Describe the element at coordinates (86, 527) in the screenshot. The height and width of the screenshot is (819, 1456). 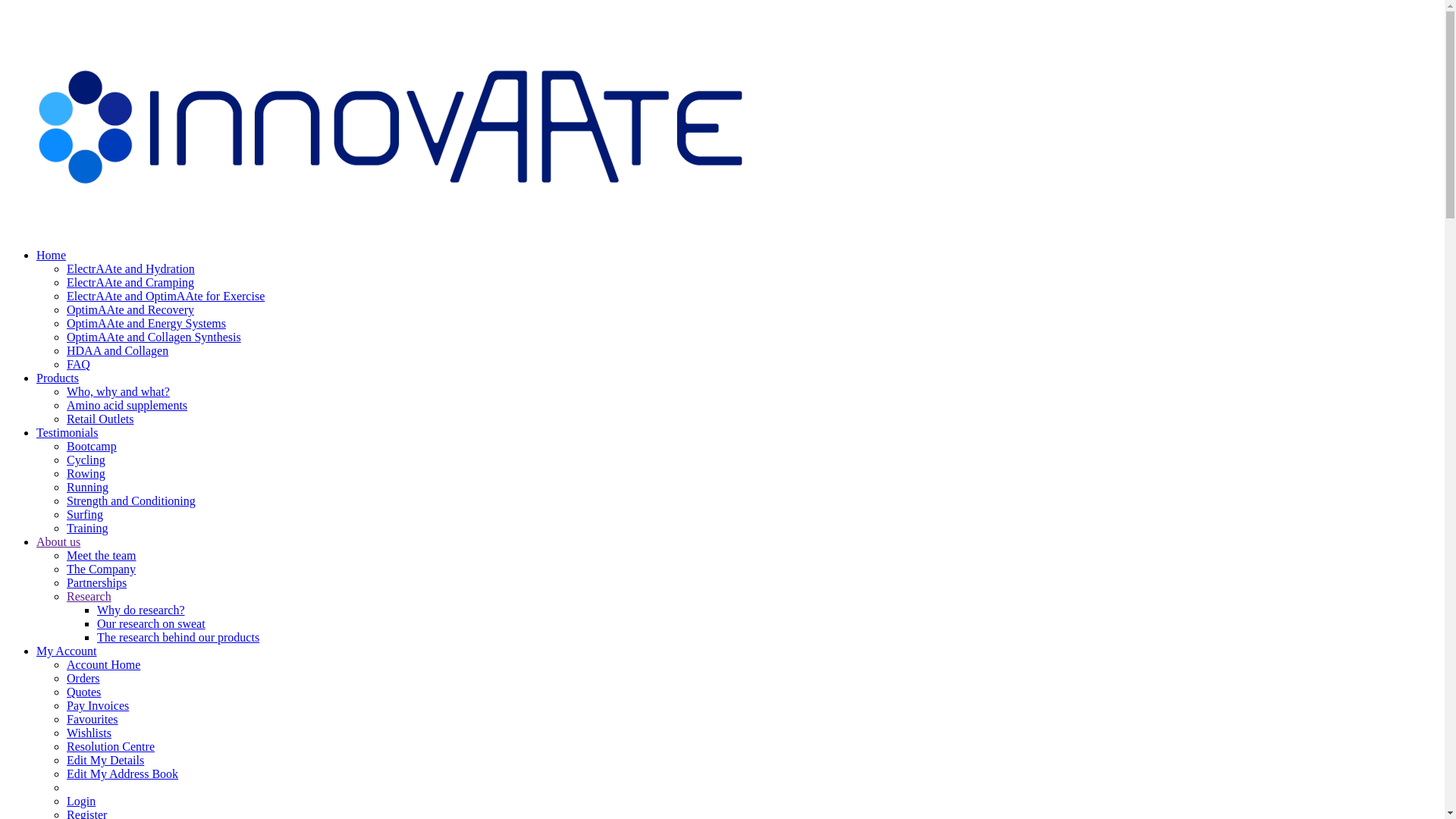
I see `'Training'` at that location.